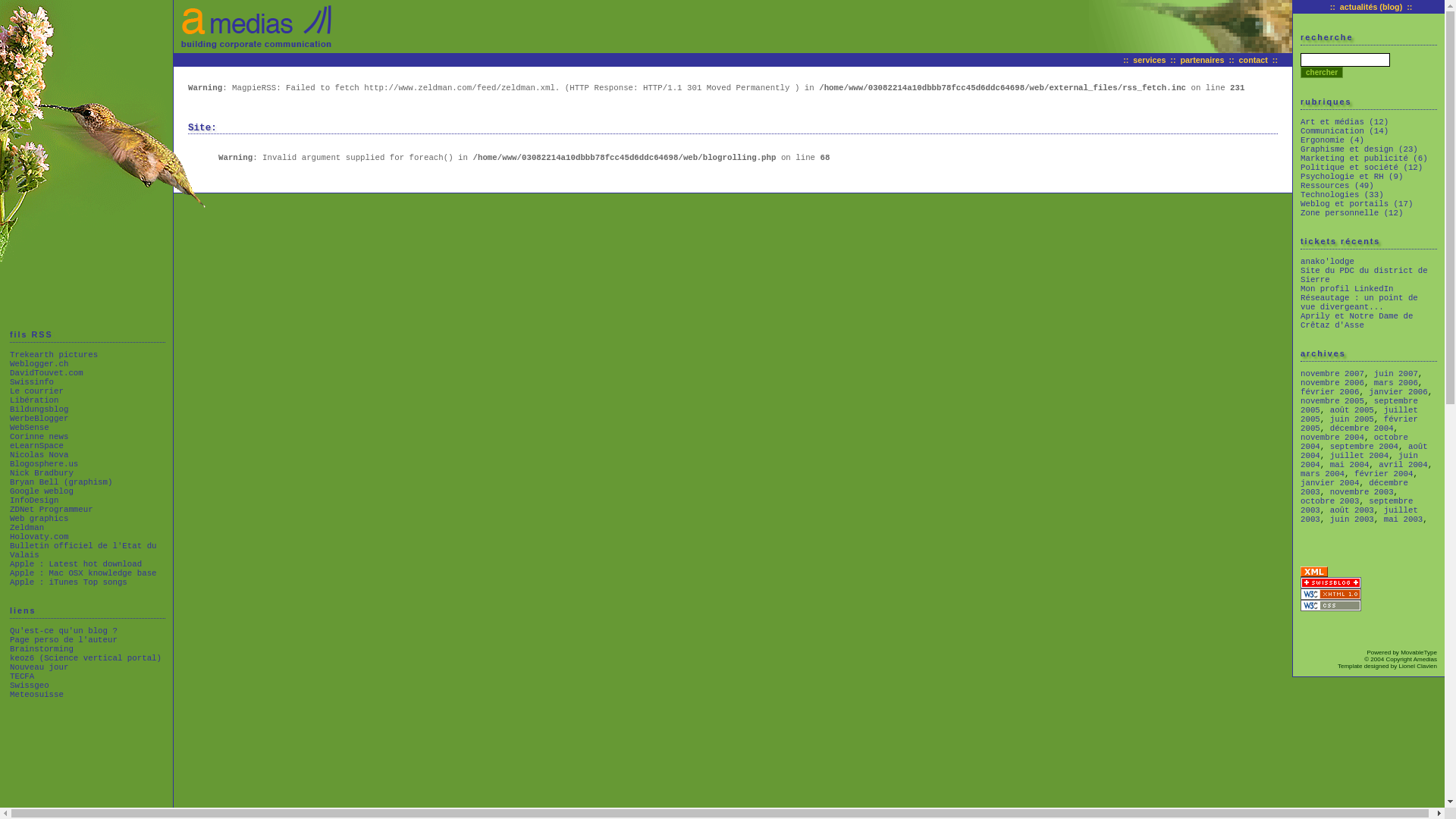 The width and height of the screenshot is (1456, 819). Describe the element at coordinates (1359, 415) in the screenshot. I see `'juillet 2005'` at that location.